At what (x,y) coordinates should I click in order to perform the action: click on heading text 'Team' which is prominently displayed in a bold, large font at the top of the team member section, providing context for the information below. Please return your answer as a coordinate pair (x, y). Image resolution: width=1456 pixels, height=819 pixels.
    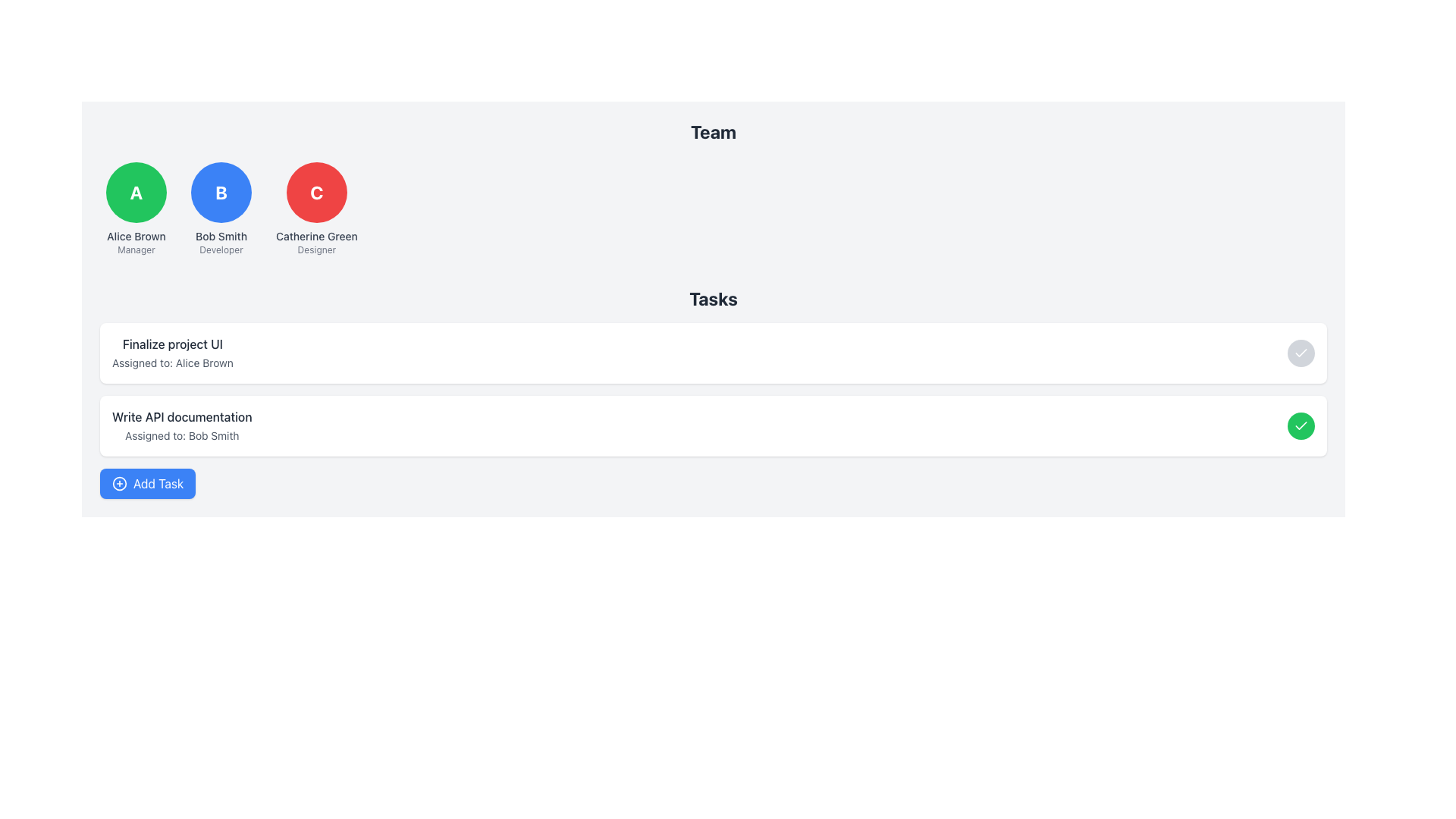
    Looking at the image, I should click on (712, 130).